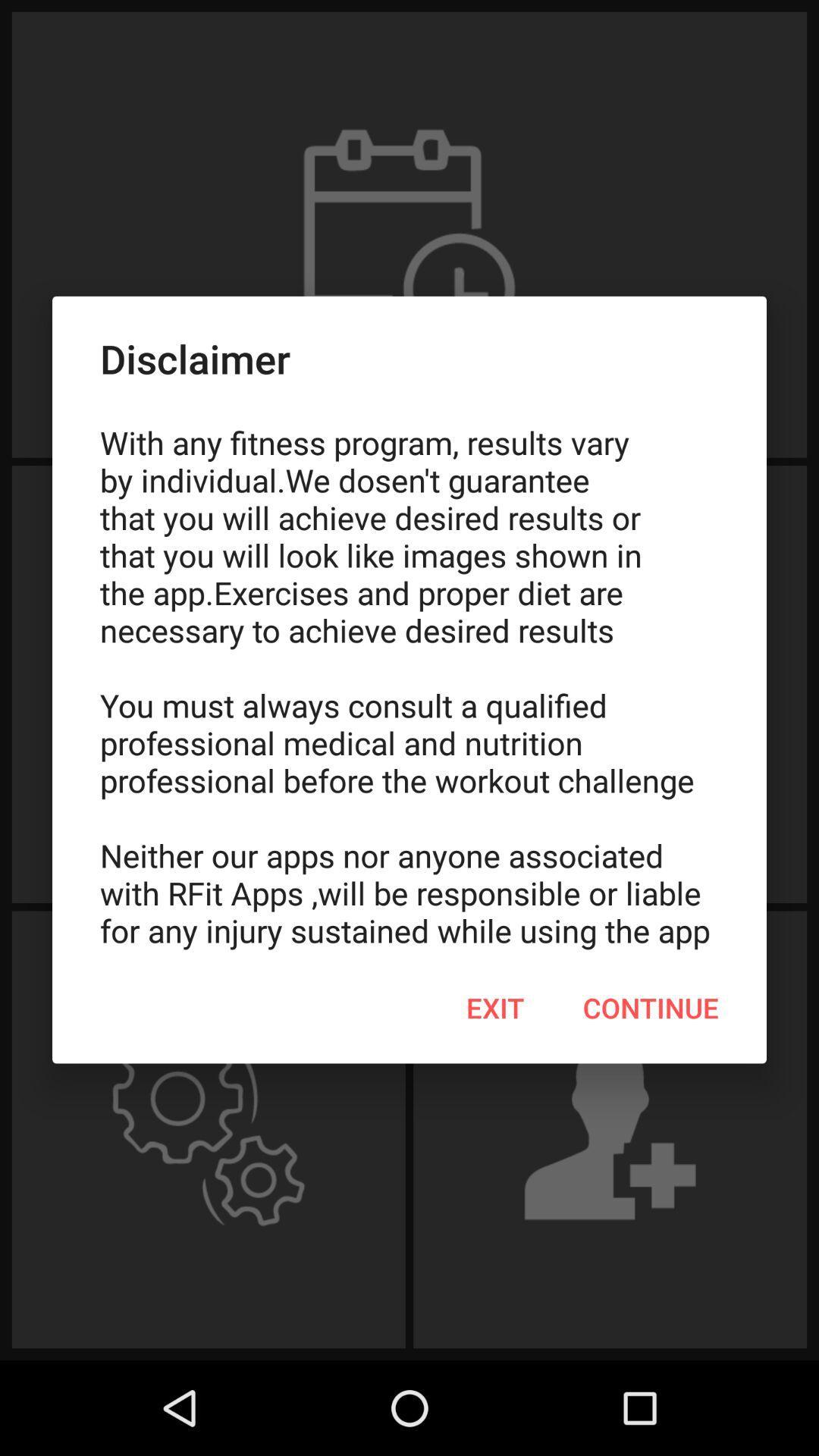 This screenshot has height=1456, width=819. What do you see at coordinates (650, 1008) in the screenshot?
I see `icon below with any fitness icon` at bounding box center [650, 1008].